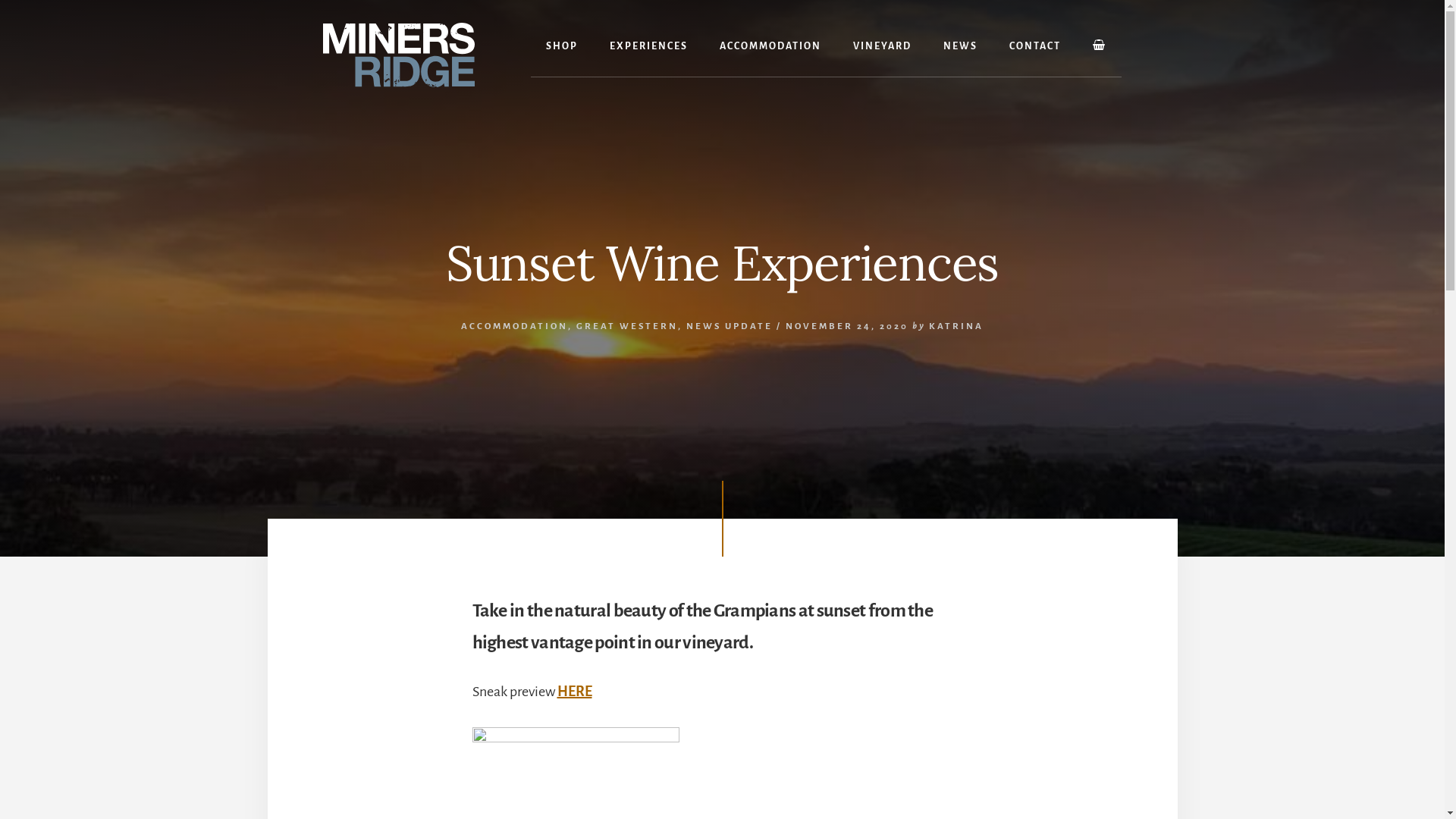 This screenshot has width=1456, height=819. Describe the element at coordinates (770, 45) in the screenshot. I see `'ACCOMMODATION'` at that location.